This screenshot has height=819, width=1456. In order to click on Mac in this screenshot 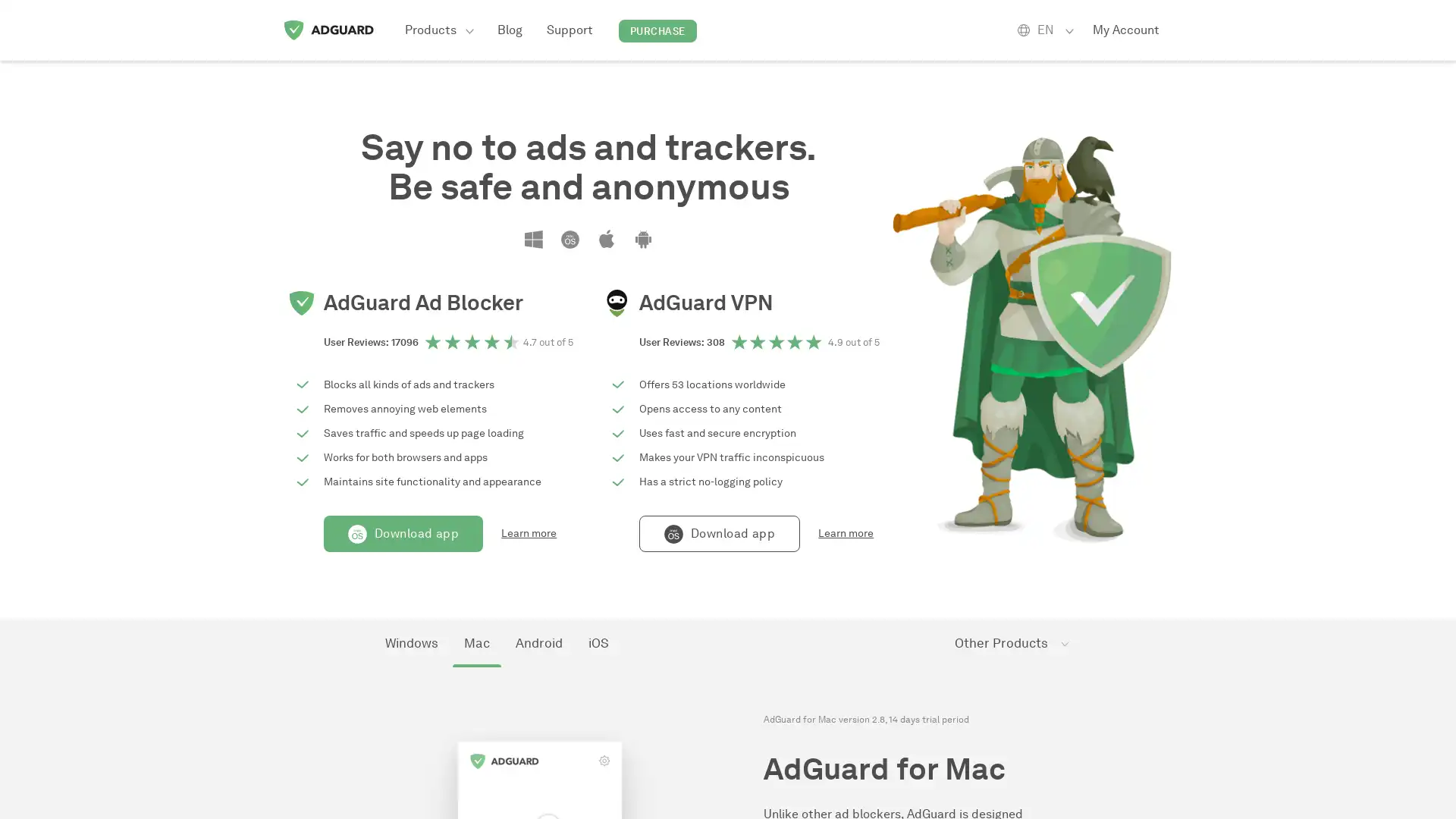, I will do `click(475, 643)`.